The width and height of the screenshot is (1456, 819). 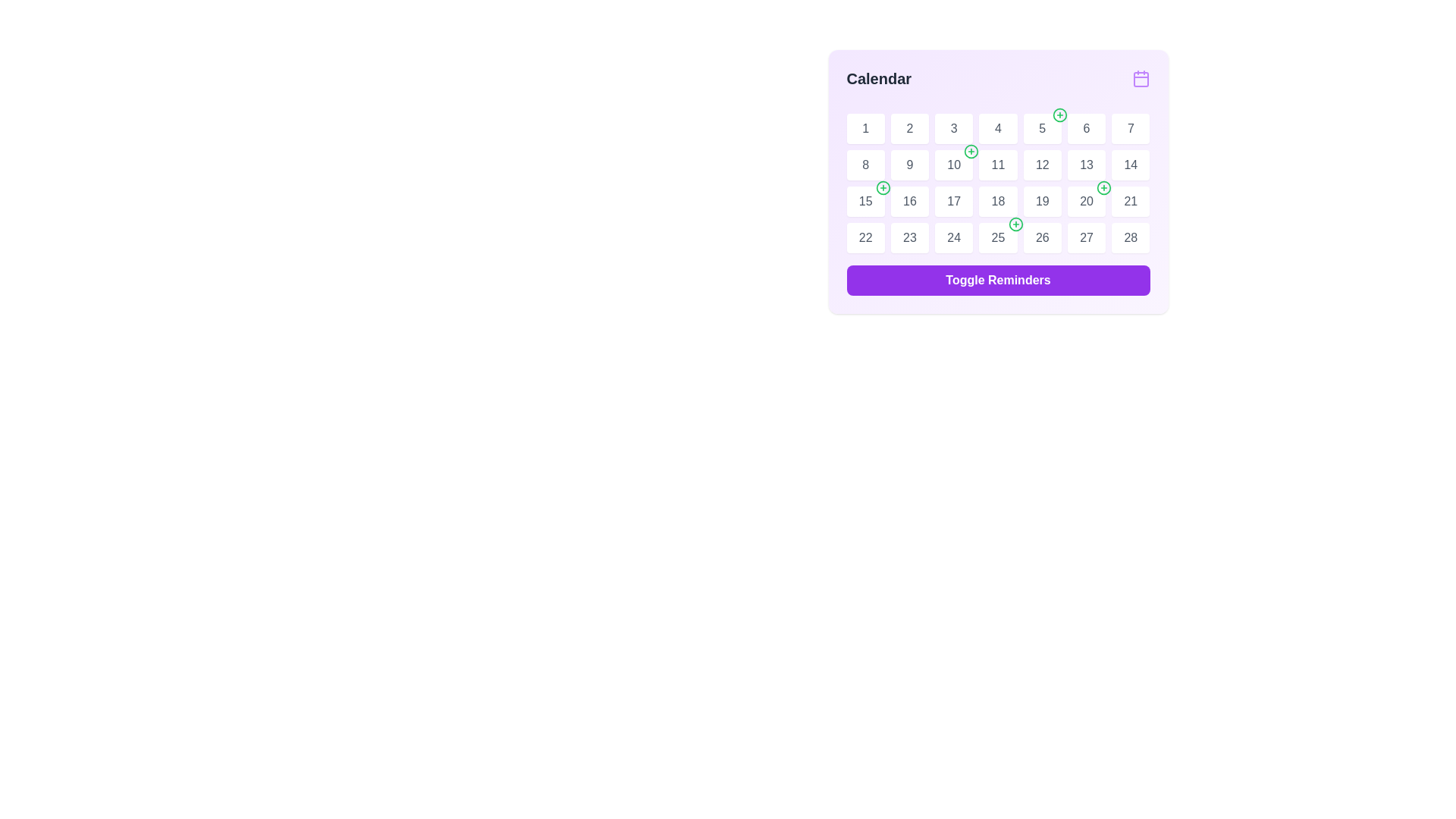 What do you see at coordinates (1041, 237) in the screenshot?
I see `the text label displaying the number '26' in dark gray font, located in the last row and fifth column of the calendar interface` at bounding box center [1041, 237].